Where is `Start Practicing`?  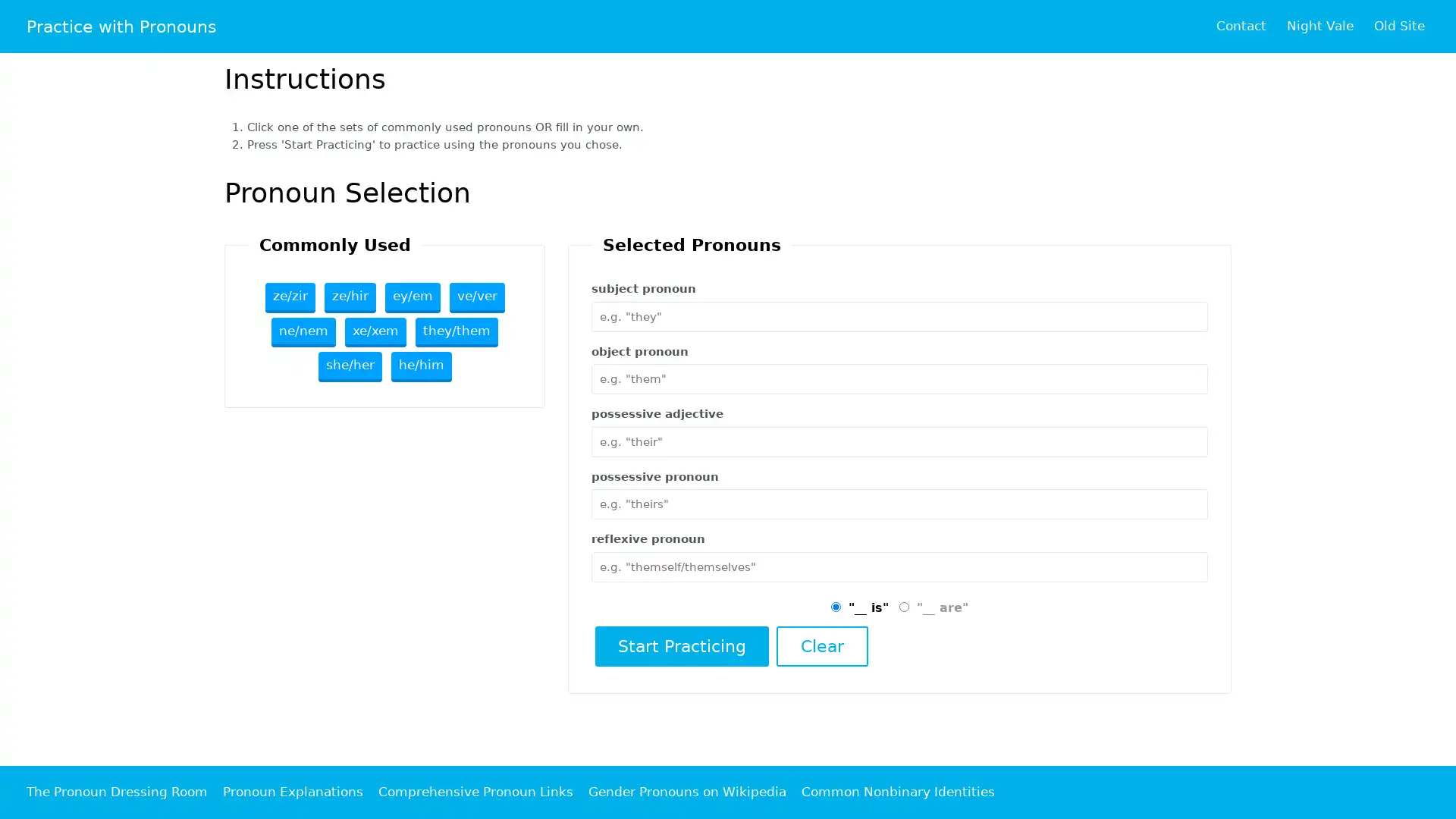
Start Practicing is located at coordinates (680, 645).